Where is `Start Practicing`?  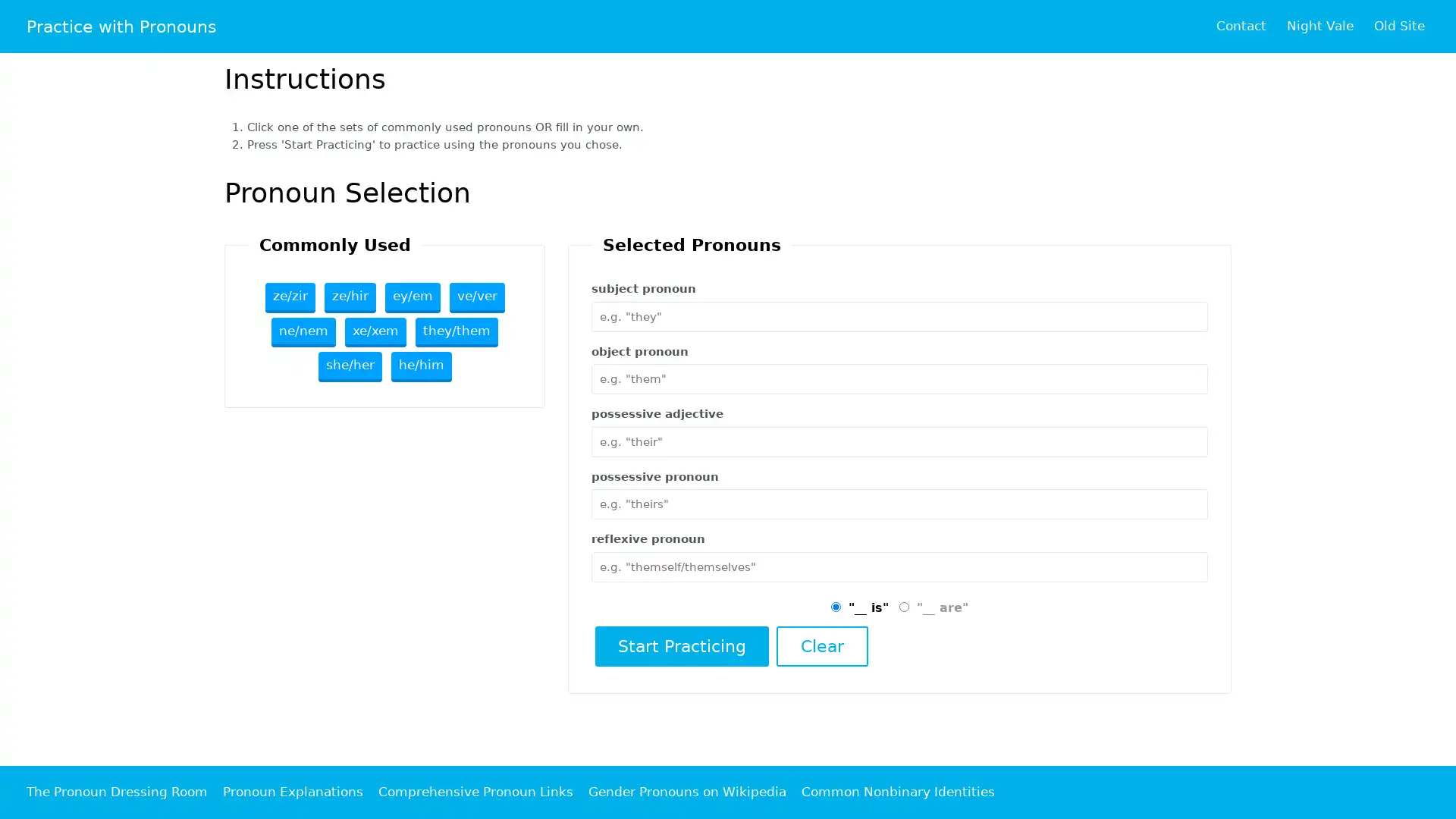
Start Practicing is located at coordinates (680, 645).